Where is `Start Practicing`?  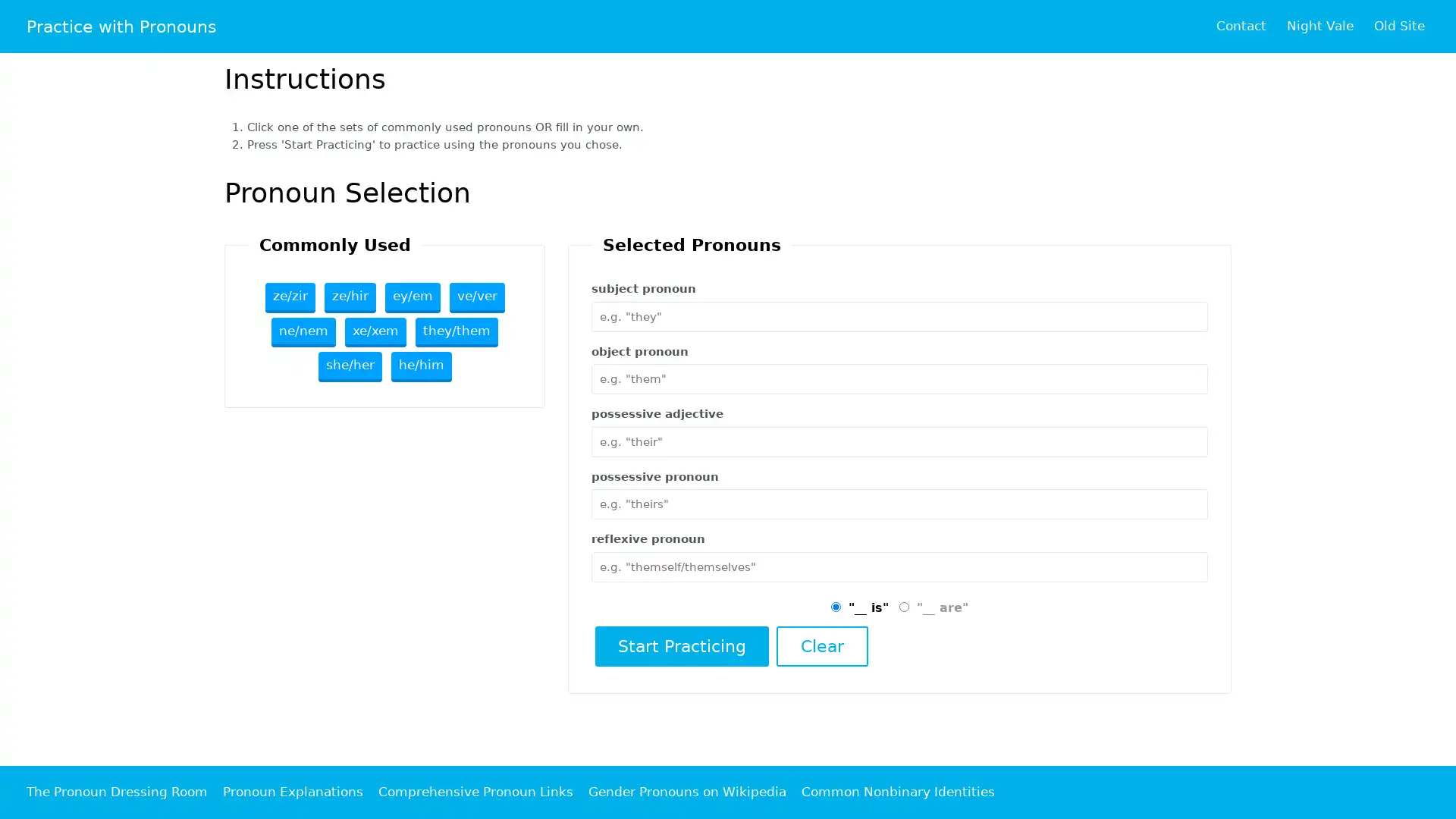
Start Practicing is located at coordinates (680, 645).